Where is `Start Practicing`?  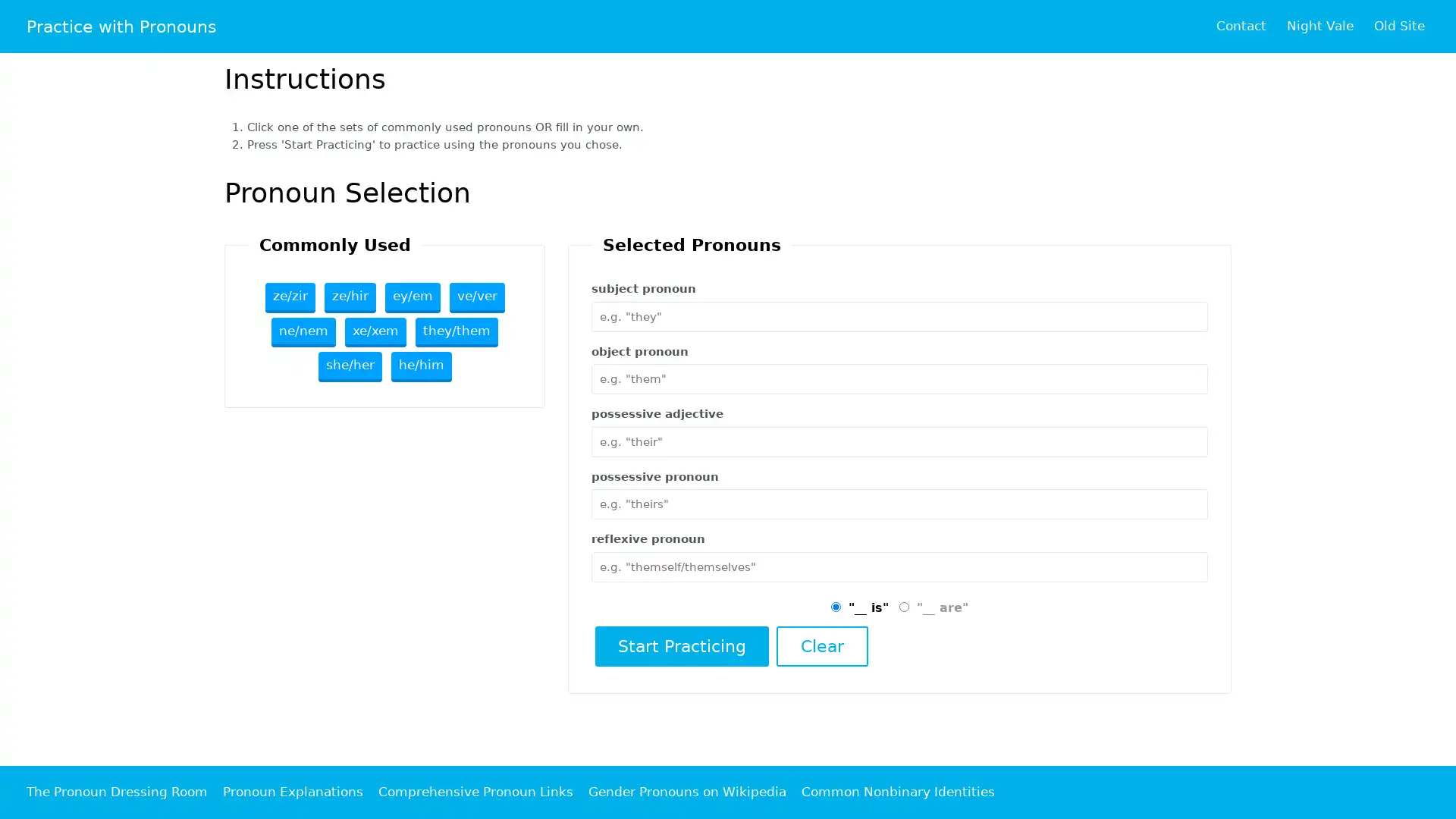
Start Practicing is located at coordinates (680, 645).